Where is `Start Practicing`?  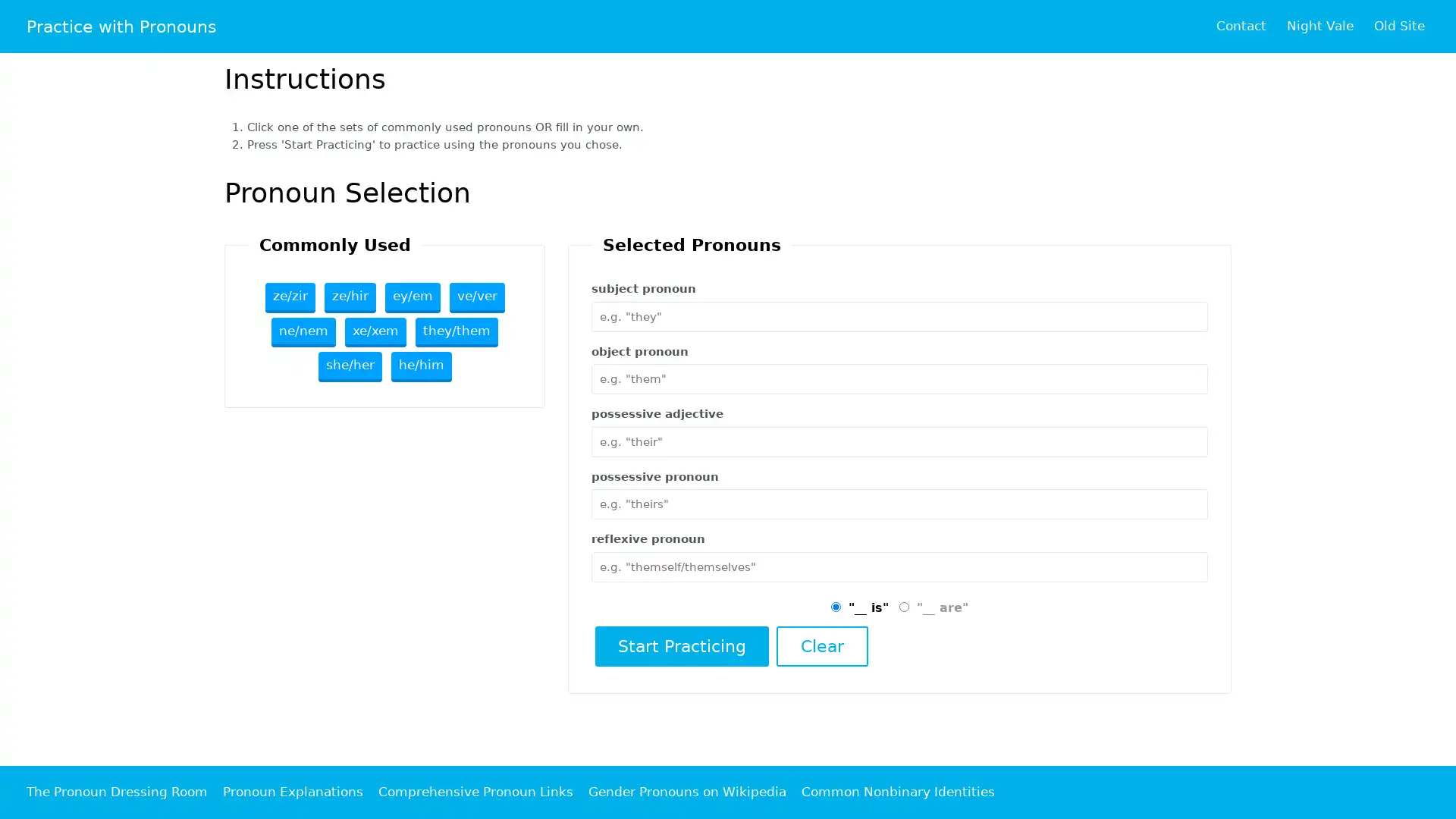
Start Practicing is located at coordinates (680, 645).